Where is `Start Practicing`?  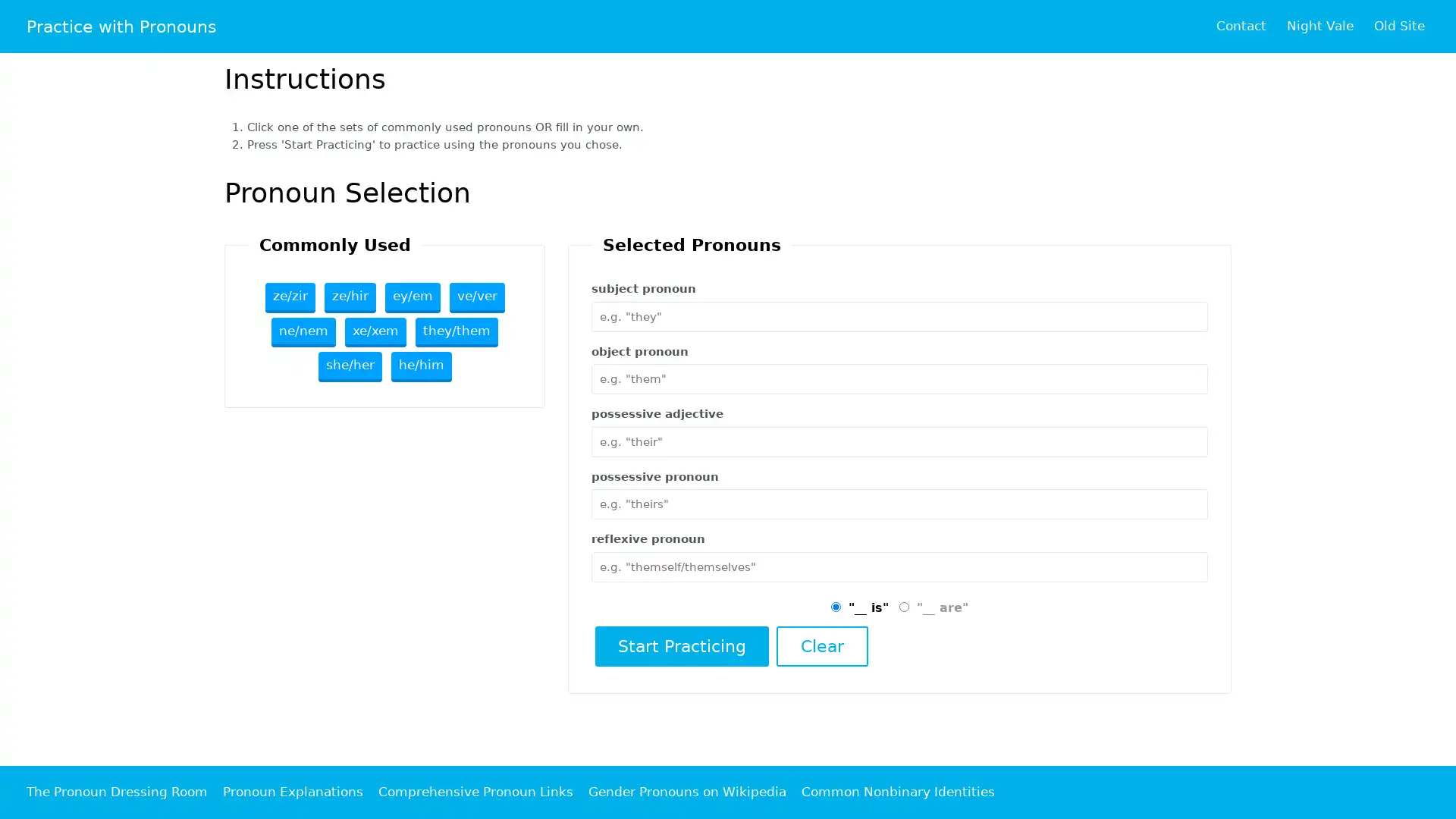
Start Practicing is located at coordinates (680, 645).